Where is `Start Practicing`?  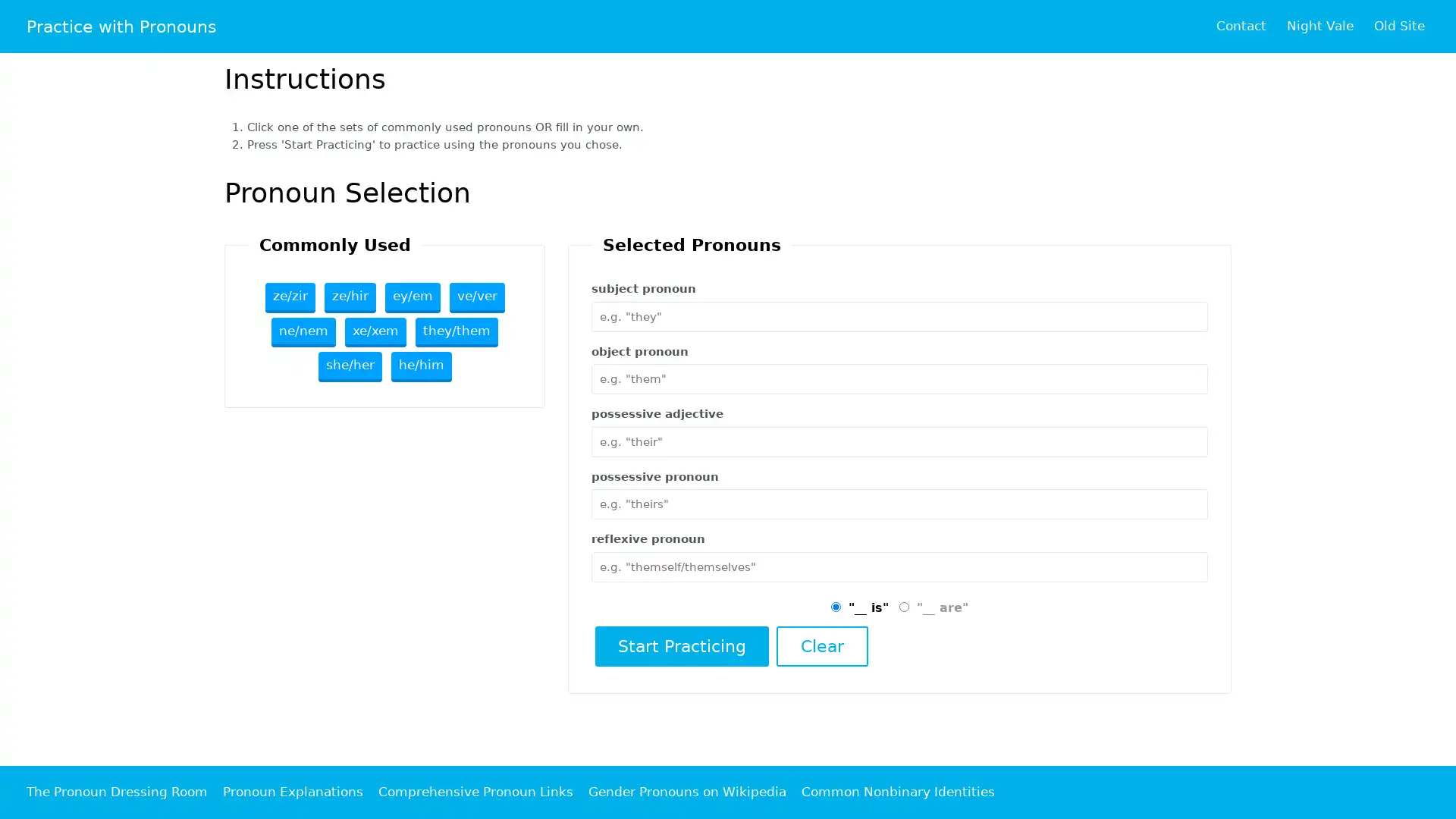
Start Practicing is located at coordinates (680, 645).